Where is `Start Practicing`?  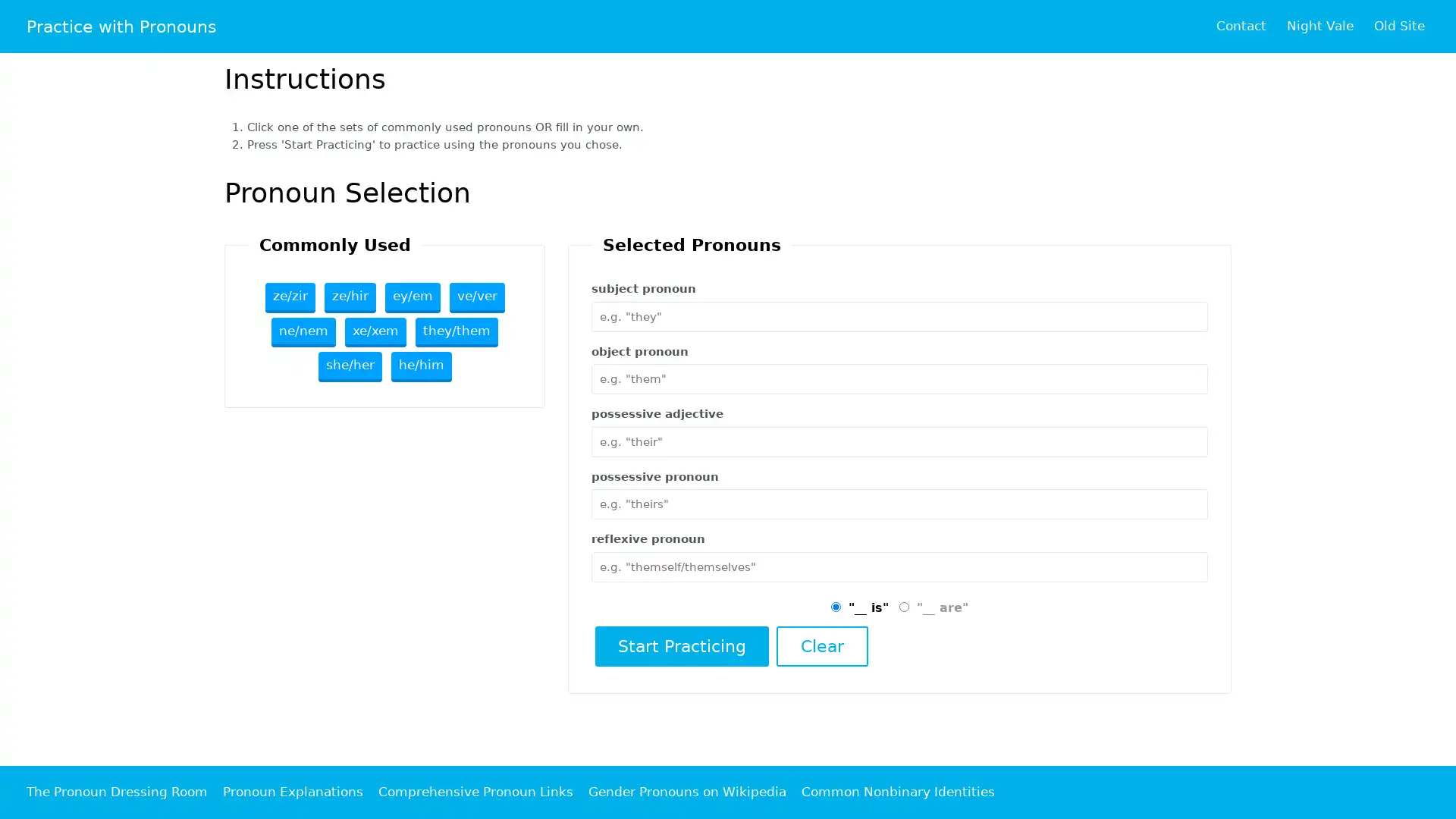
Start Practicing is located at coordinates (680, 645).